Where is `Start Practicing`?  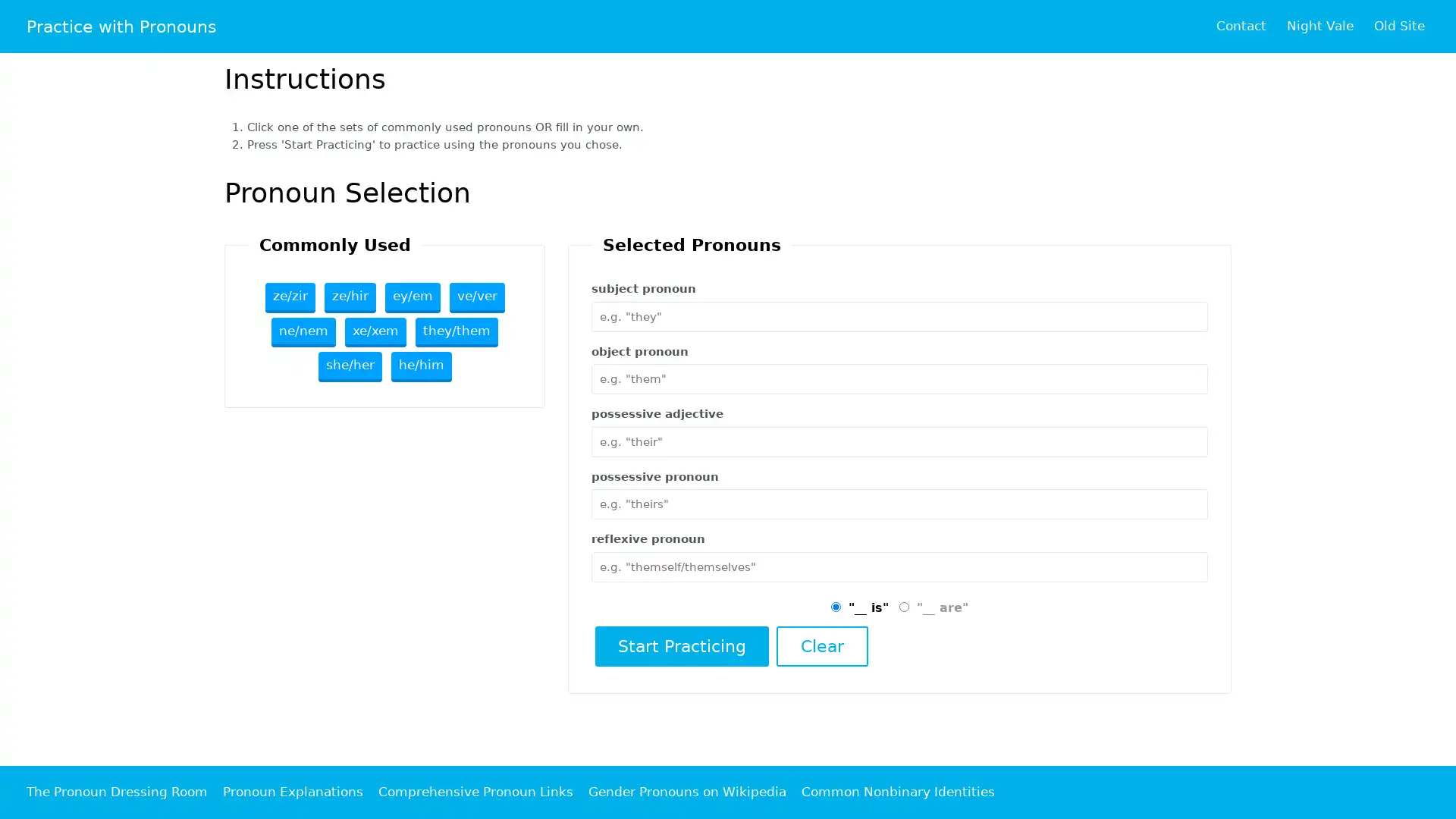
Start Practicing is located at coordinates (680, 645).